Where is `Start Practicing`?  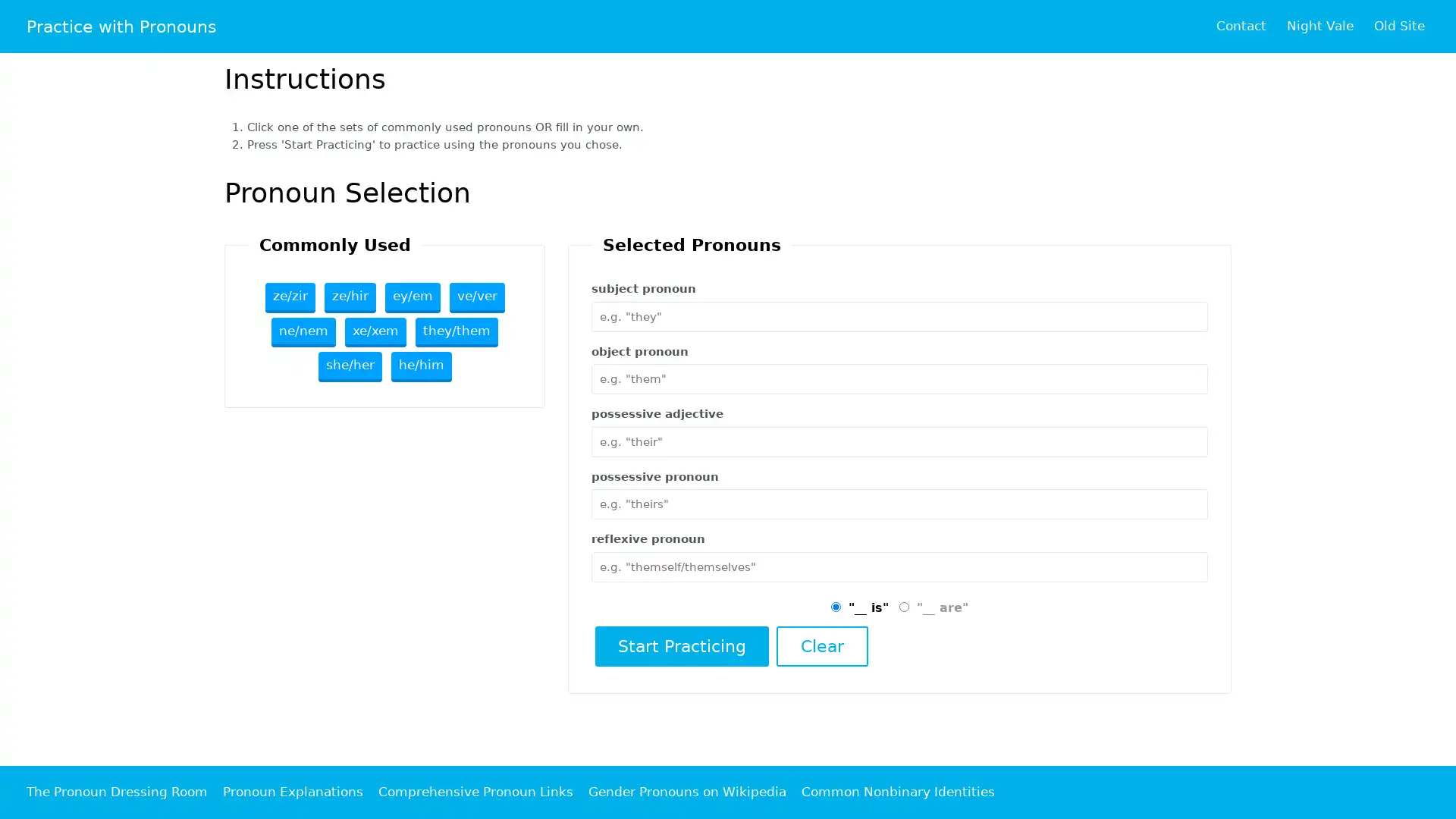
Start Practicing is located at coordinates (680, 645).